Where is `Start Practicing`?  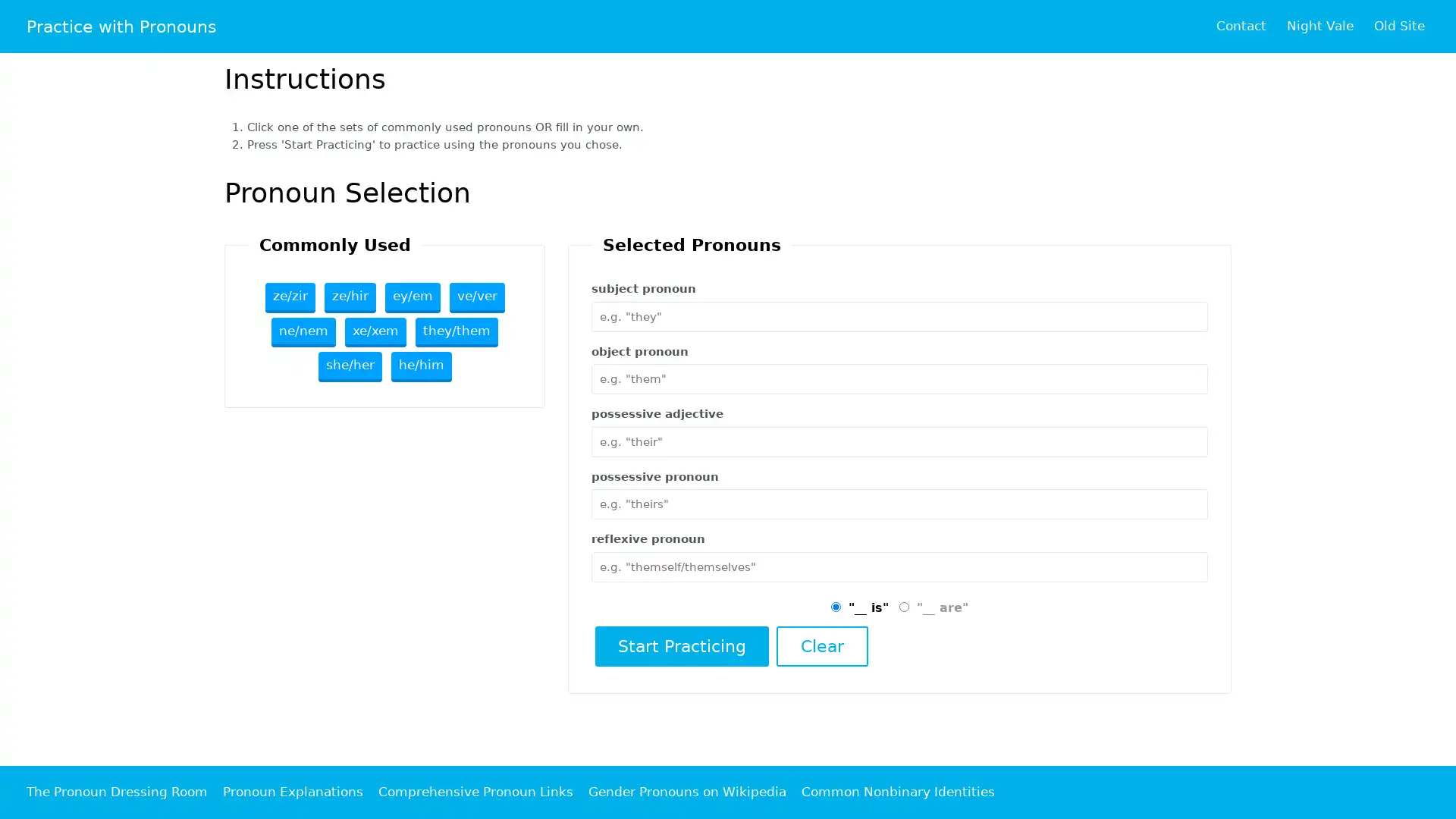
Start Practicing is located at coordinates (680, 645).